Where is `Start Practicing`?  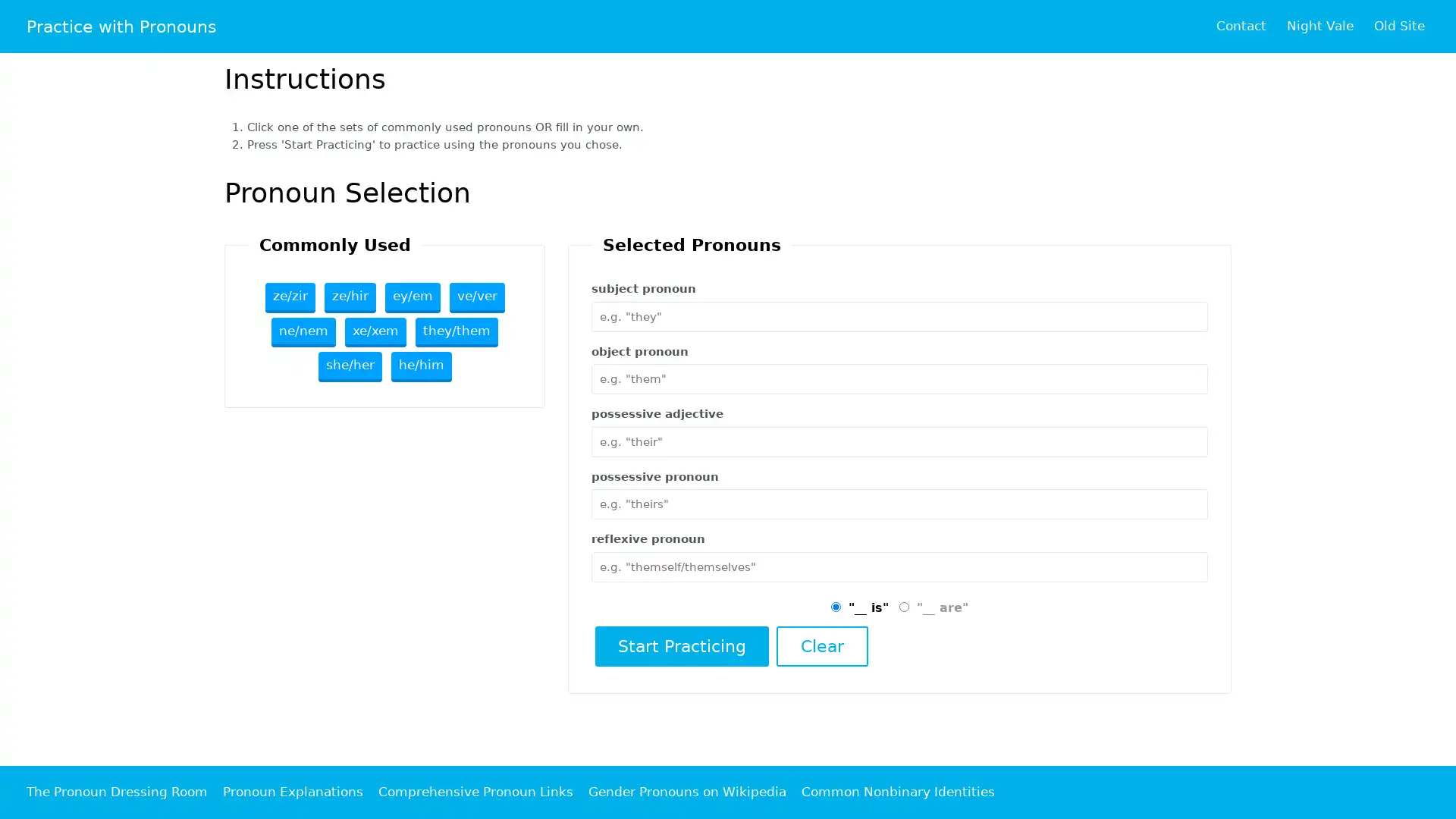
Start Practicing is located at coordinates (680, 645).